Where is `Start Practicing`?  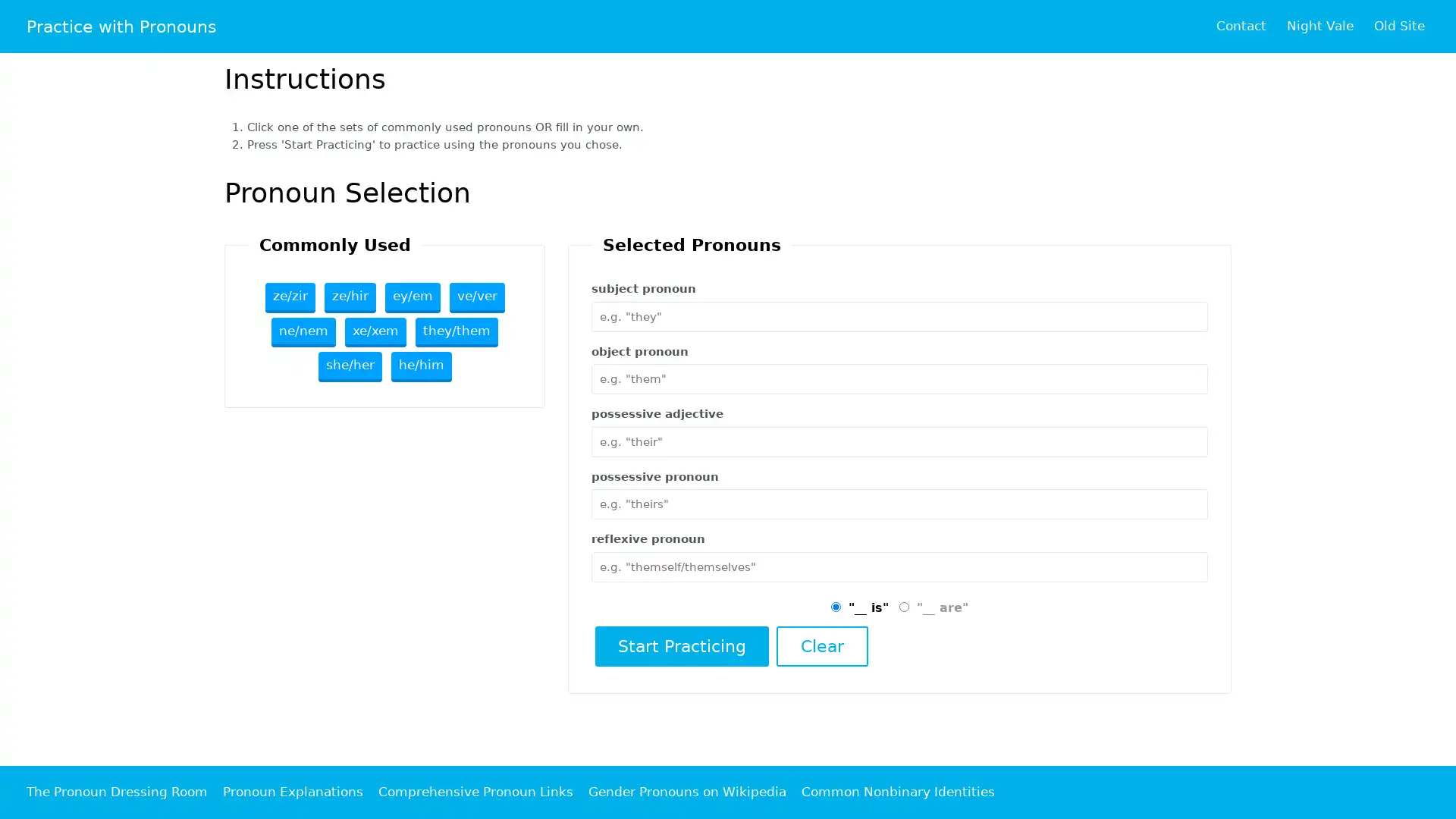
Start Practicing is located at coordinates (680, 645).